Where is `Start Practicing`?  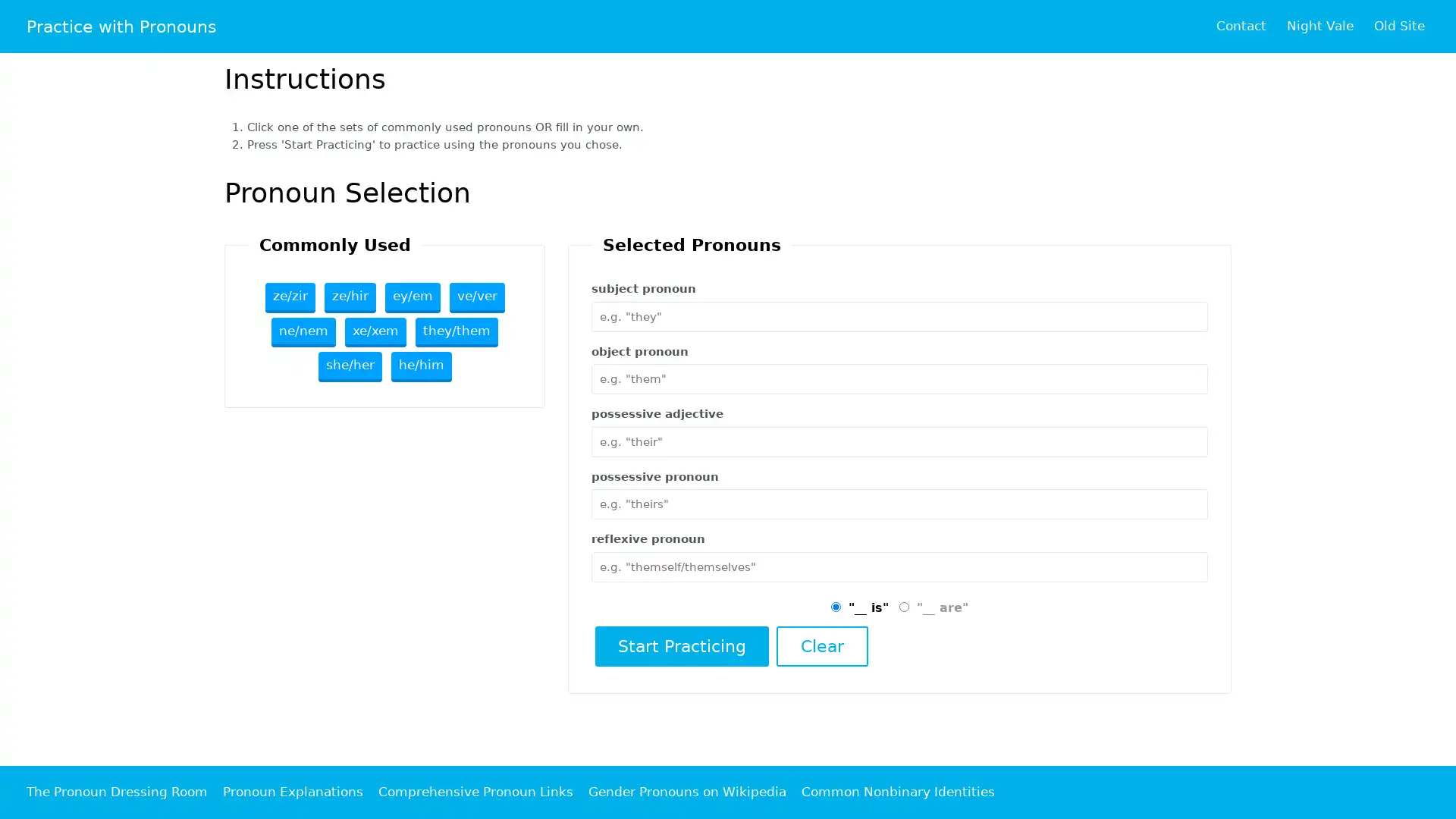
Start Practicing is located at coordinates (680, 645).